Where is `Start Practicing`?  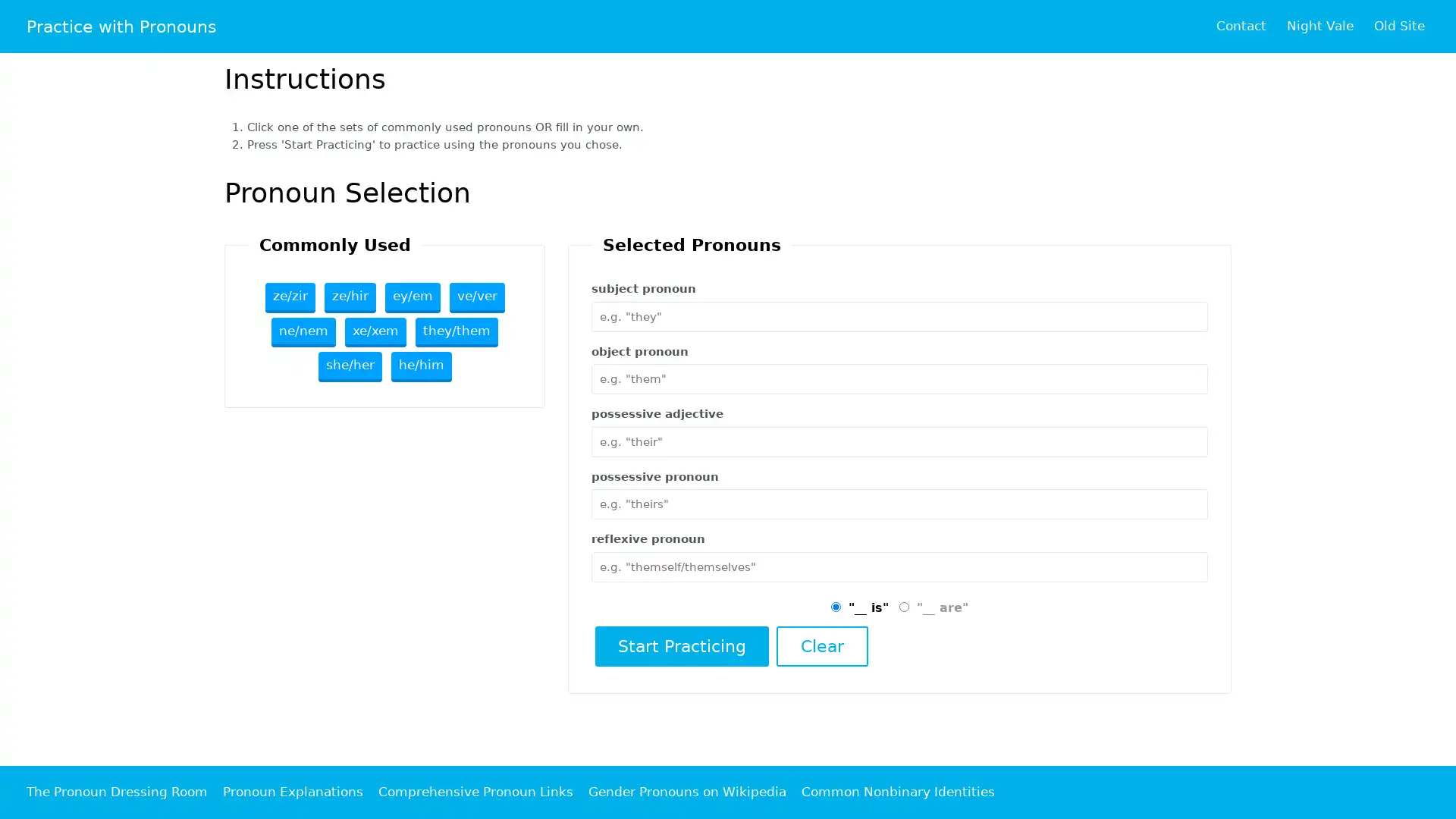
Start Practicing is located at coordinates (680, 645).